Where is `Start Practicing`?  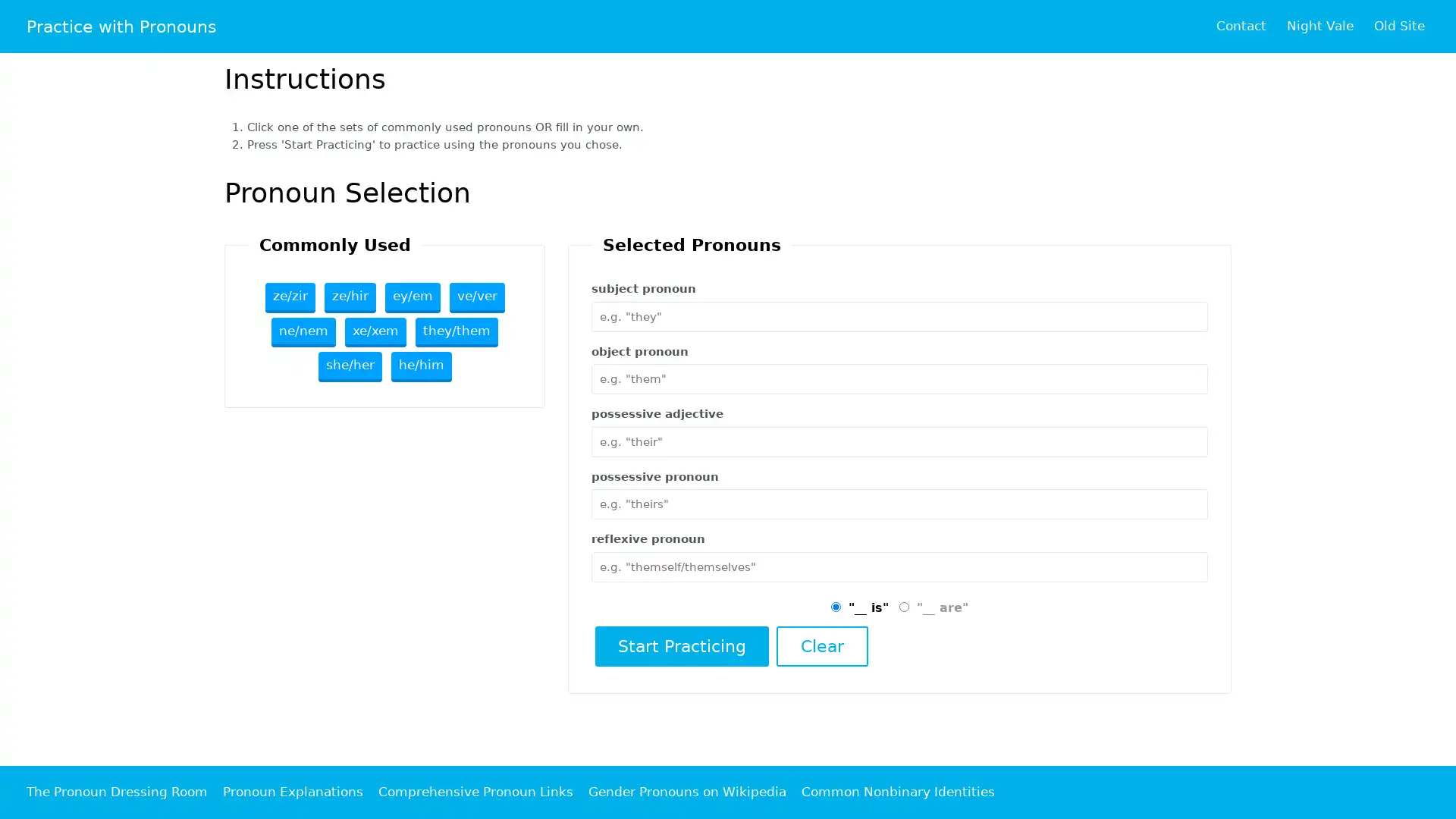
Start Practicing is located at coordinates (680, 645).